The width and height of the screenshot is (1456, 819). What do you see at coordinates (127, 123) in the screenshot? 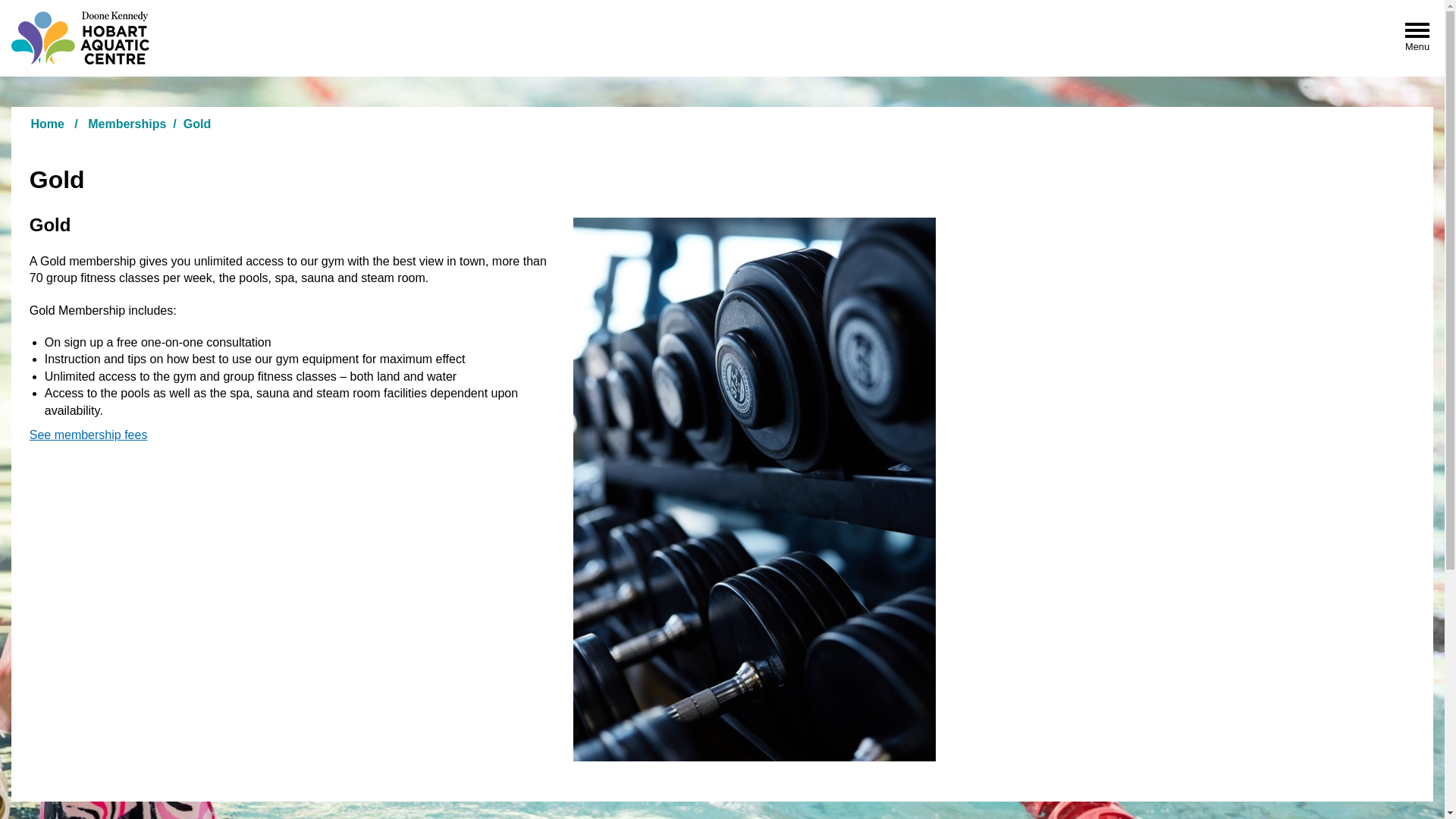
I see `'Memberships'` at bounding box center [127, 123].